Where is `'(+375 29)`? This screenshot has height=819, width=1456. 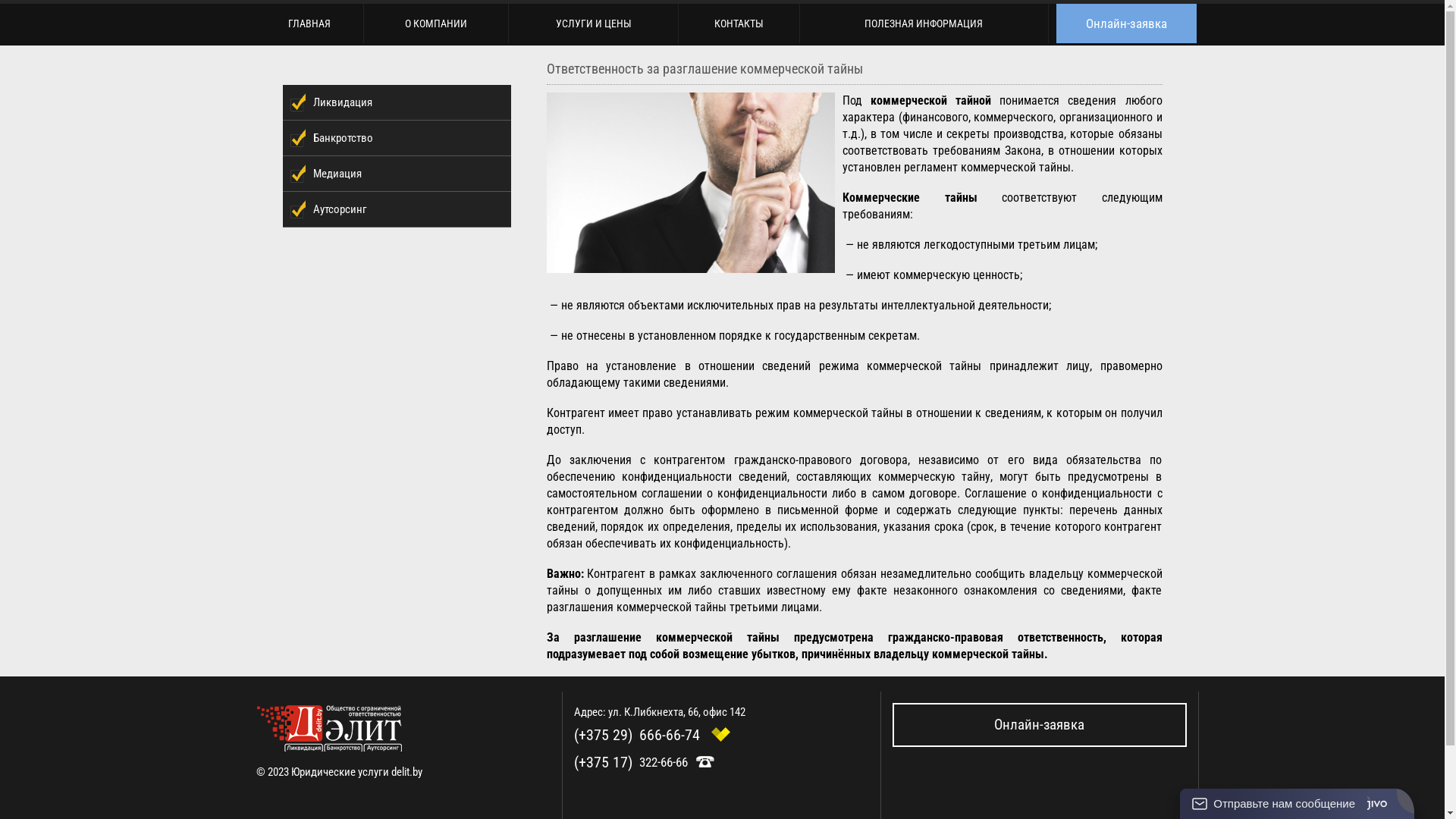 '(+375 29) is located at coordinates (639, 733).